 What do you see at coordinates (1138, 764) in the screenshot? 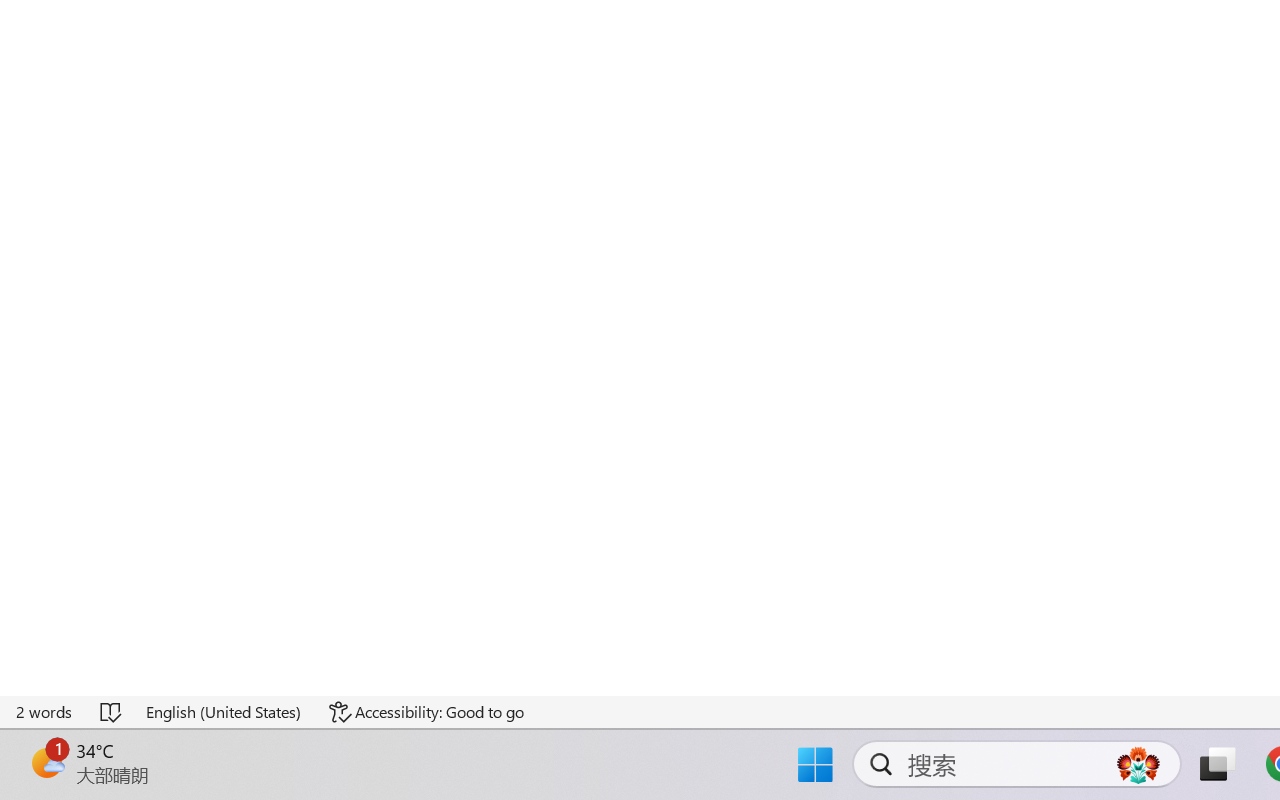
I see `'AutomationID: DynamicSearchBoxGleamImage'` at bounding box center [1138, 764].